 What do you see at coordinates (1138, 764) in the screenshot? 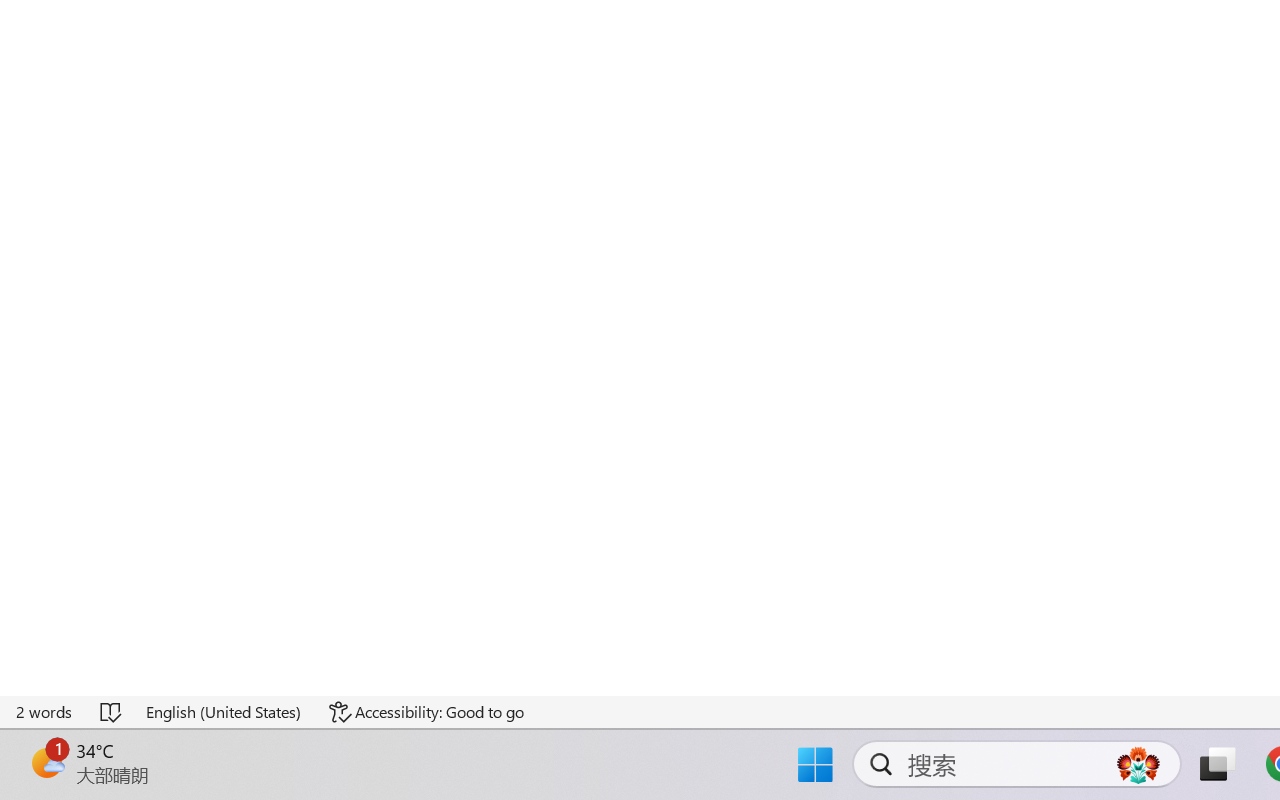
I see `'AutomationID: DynamicSearchBoxGleamImage'` at bounding box center [1138, 764].